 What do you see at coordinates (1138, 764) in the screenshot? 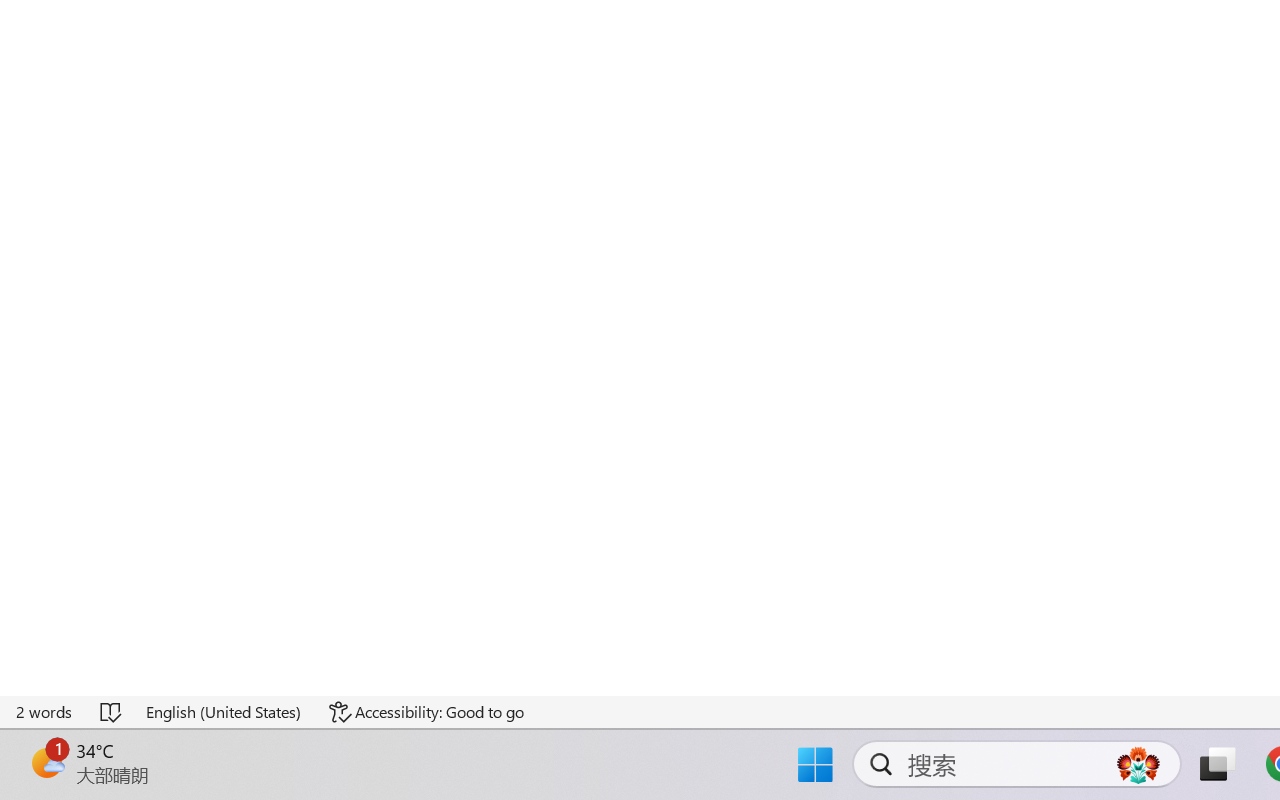
I see `'AutomationID: DynamicSearchBoxGleamImage'` at bounding box center [1138, 764].